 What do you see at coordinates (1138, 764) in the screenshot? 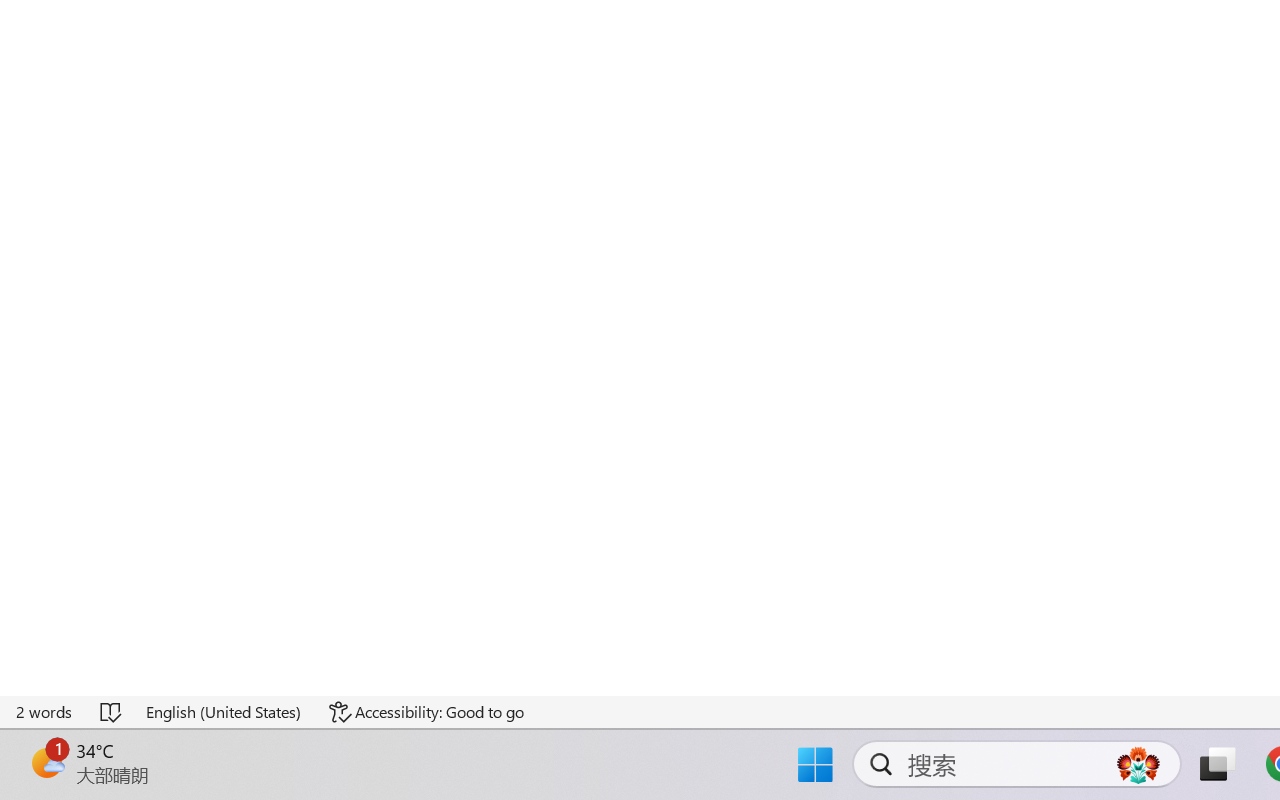
I see `'AutomationID: DynamicSearchBoxGleamImage'` at bounding box center [1138, 764].